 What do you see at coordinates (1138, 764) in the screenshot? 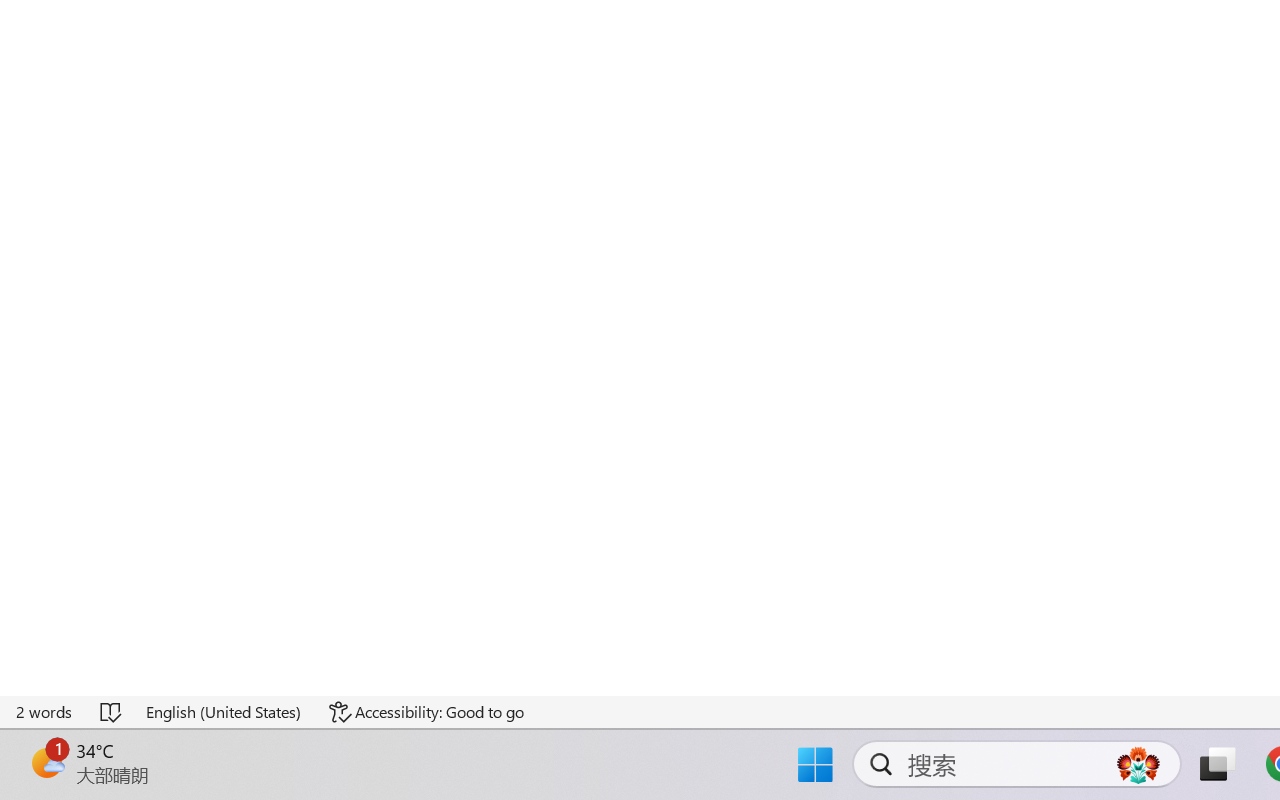
I see `'AutomationID: DynamicSearchBoxGleamImage'` at bounding box center [1138, 764].